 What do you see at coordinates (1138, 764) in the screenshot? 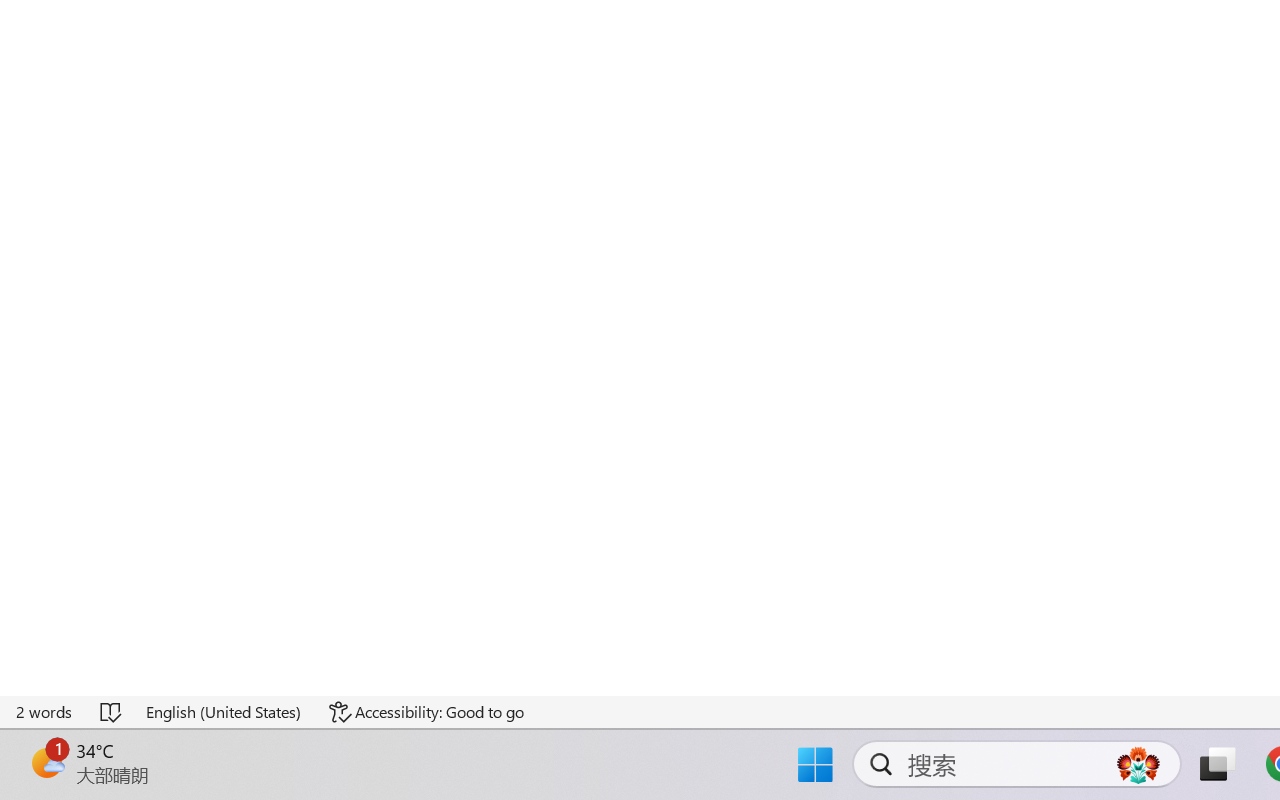
I see `'AutomationID: DynamicSearchBoxGleamImage'` at bounding box center [1138, 764].